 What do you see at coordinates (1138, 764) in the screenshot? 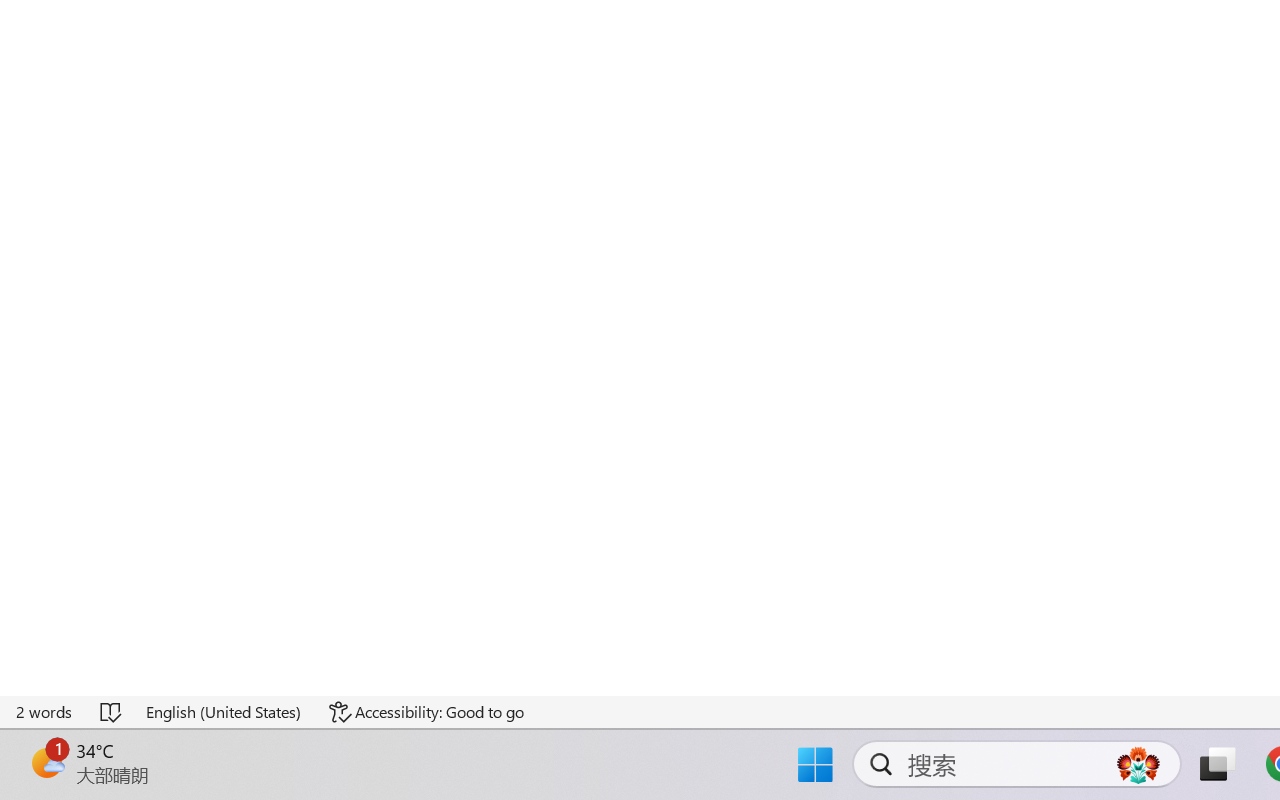
I see `'AutomationID: DynamicSearchBoxGleamImage'` at bounding box center [1138, 764].